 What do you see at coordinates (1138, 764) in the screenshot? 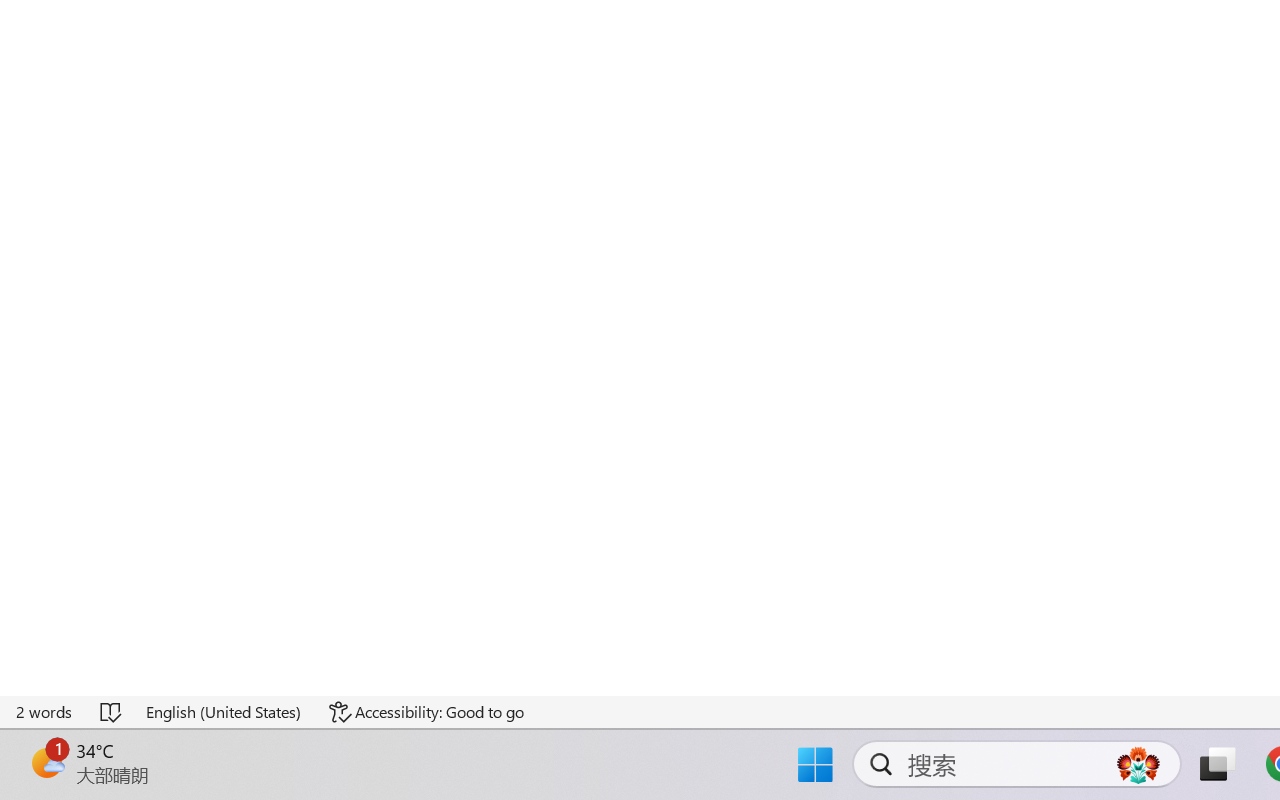
I see `'AutomationID: DynamicSearchBoxGleamImage'` at bounding box center [1138, 764].